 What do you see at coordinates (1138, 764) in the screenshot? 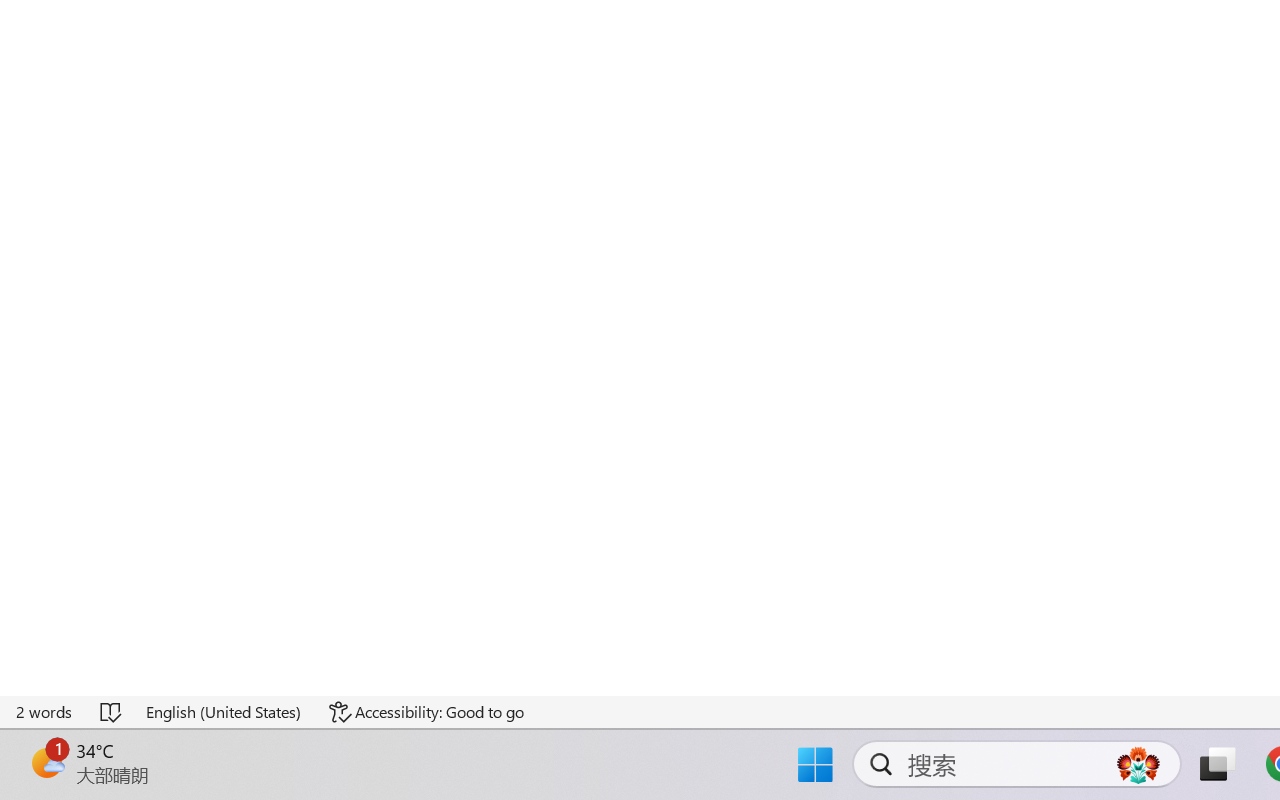
I see `'AutomationID: DynamicSearchBoxGleamImage'` at bounding box center [1138, 764].